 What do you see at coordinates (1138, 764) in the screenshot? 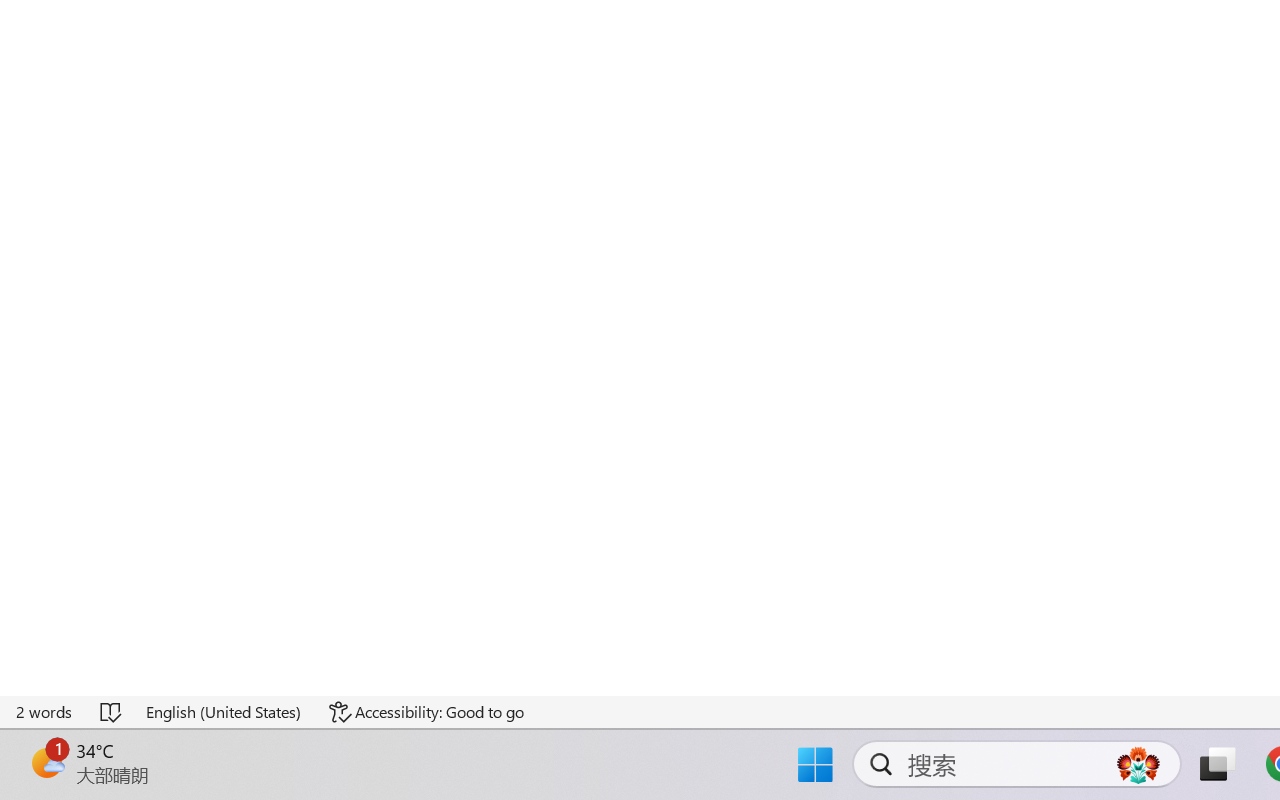
I see `'AutomationID: DynamicSearchBoxGleamImage'` at bounding box center [1138, 764].